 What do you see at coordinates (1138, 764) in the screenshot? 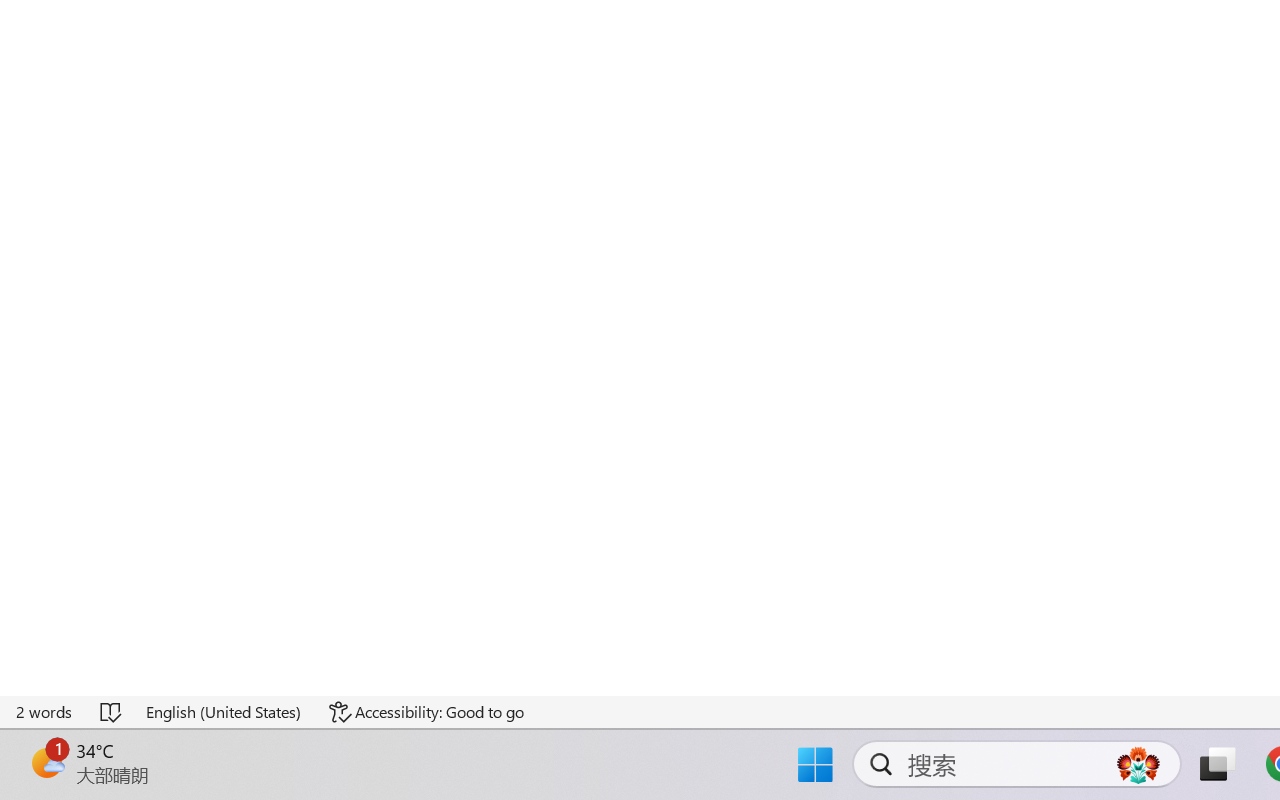
I see `'AutomationID: DynamicSearchBoxGleamImage'` at bounding box center [1138, 764].